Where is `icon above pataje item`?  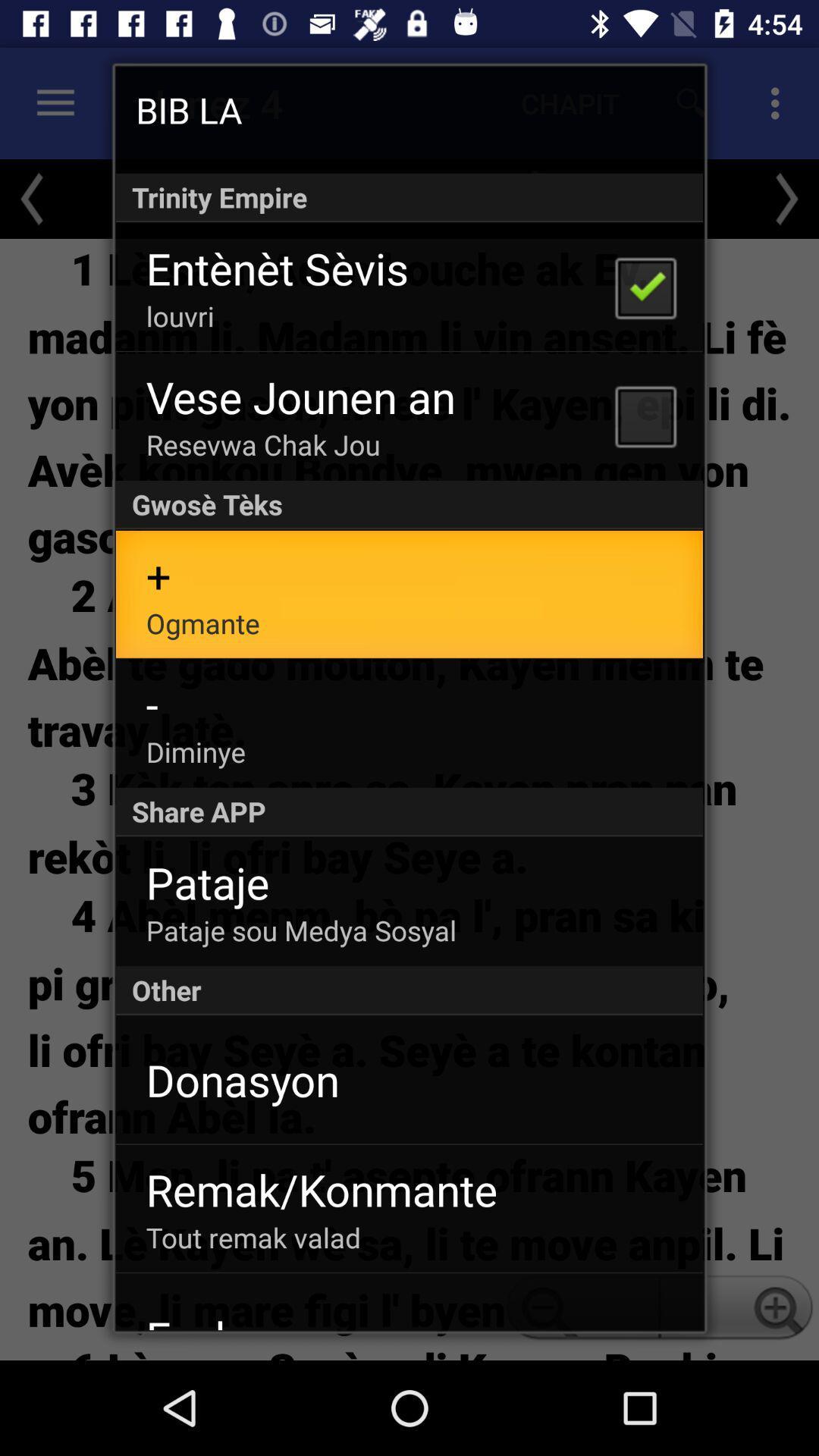 icon above pataje item is located at coordinates (409, 811).